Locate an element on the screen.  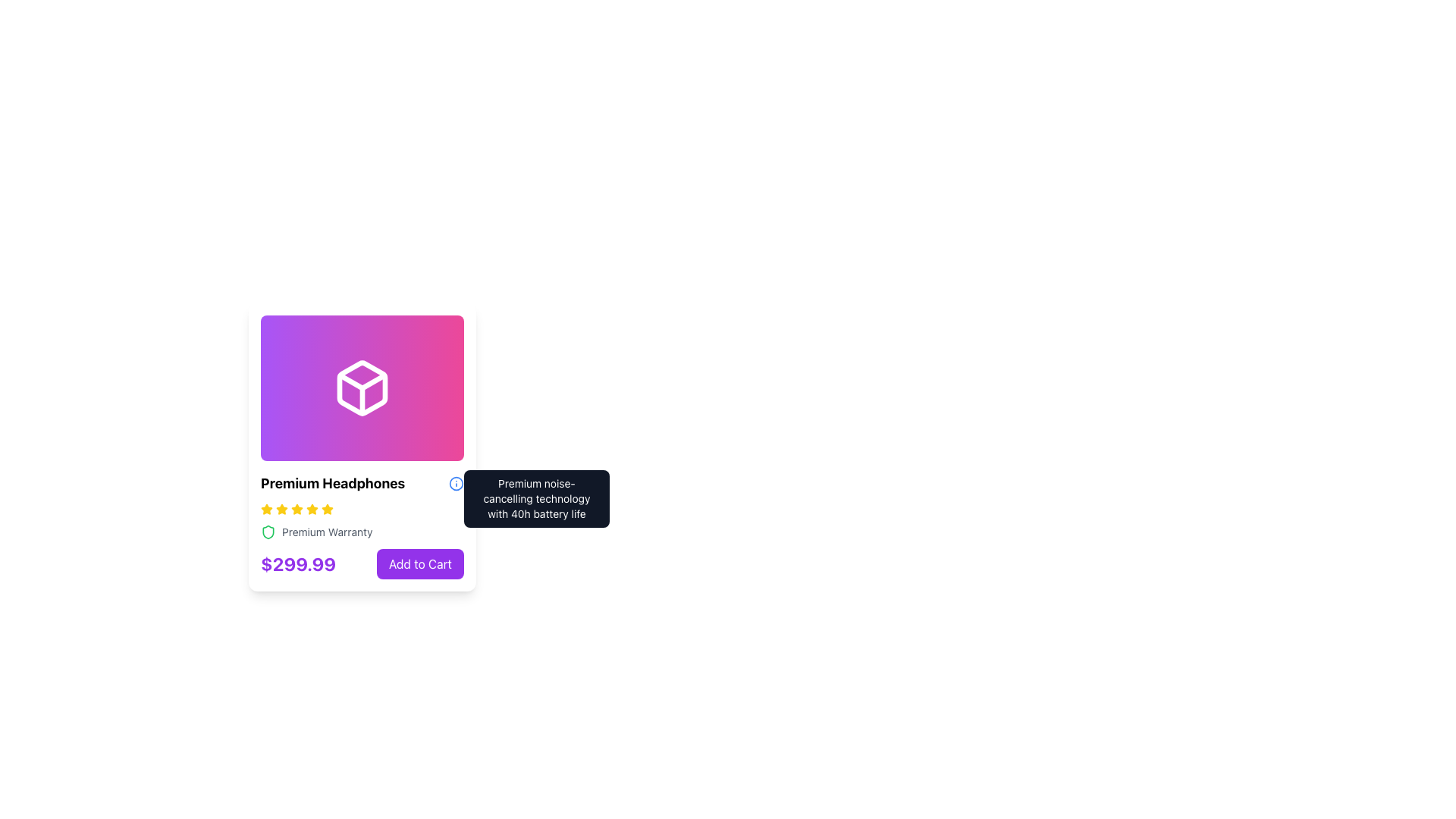
the static text label indicating warranty information, which is located to the right of a green shield icon in the product description card is located at coordinates (326, 532).